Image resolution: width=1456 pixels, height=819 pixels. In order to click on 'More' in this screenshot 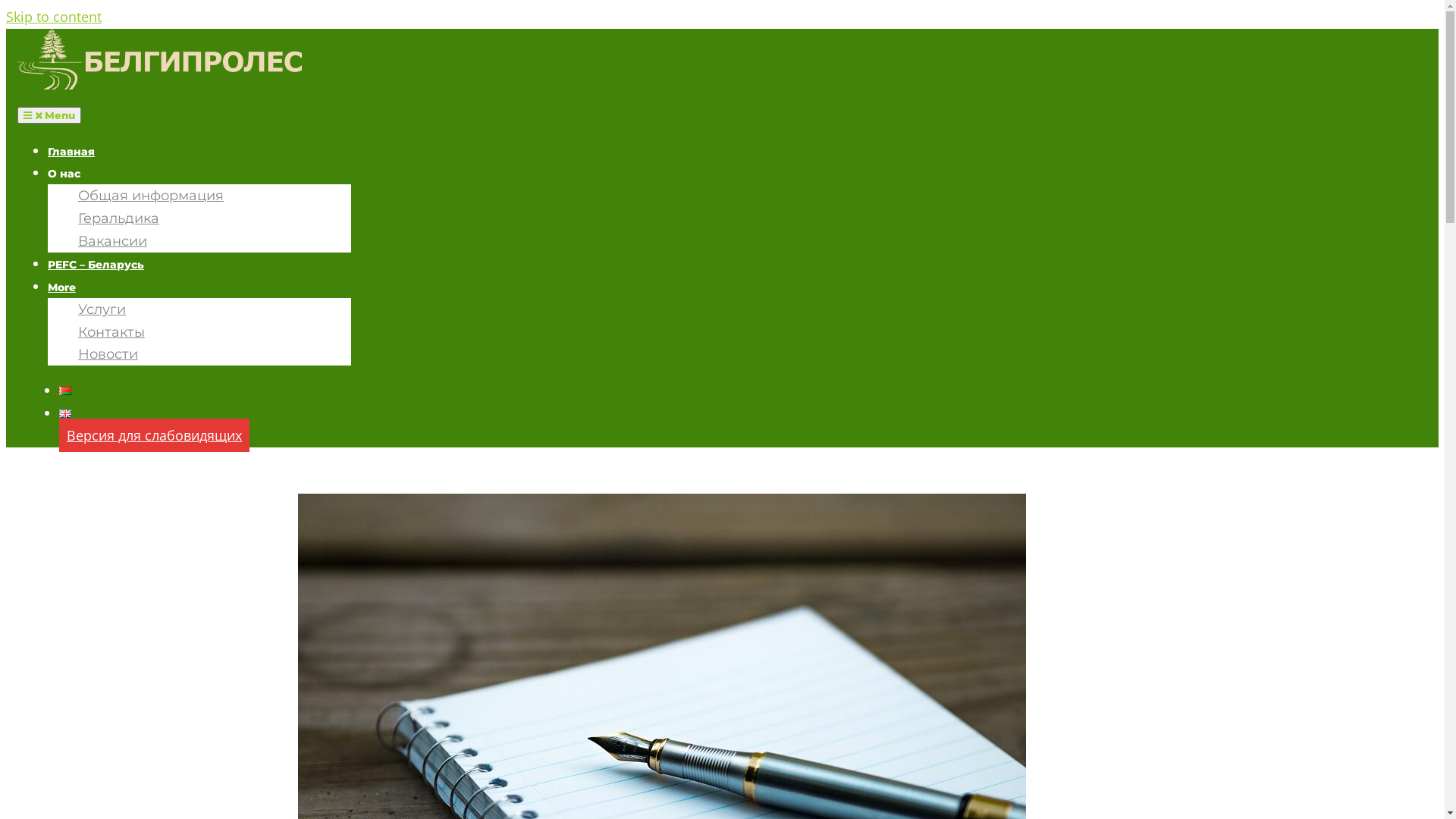, I will do `click(61, 287)`.